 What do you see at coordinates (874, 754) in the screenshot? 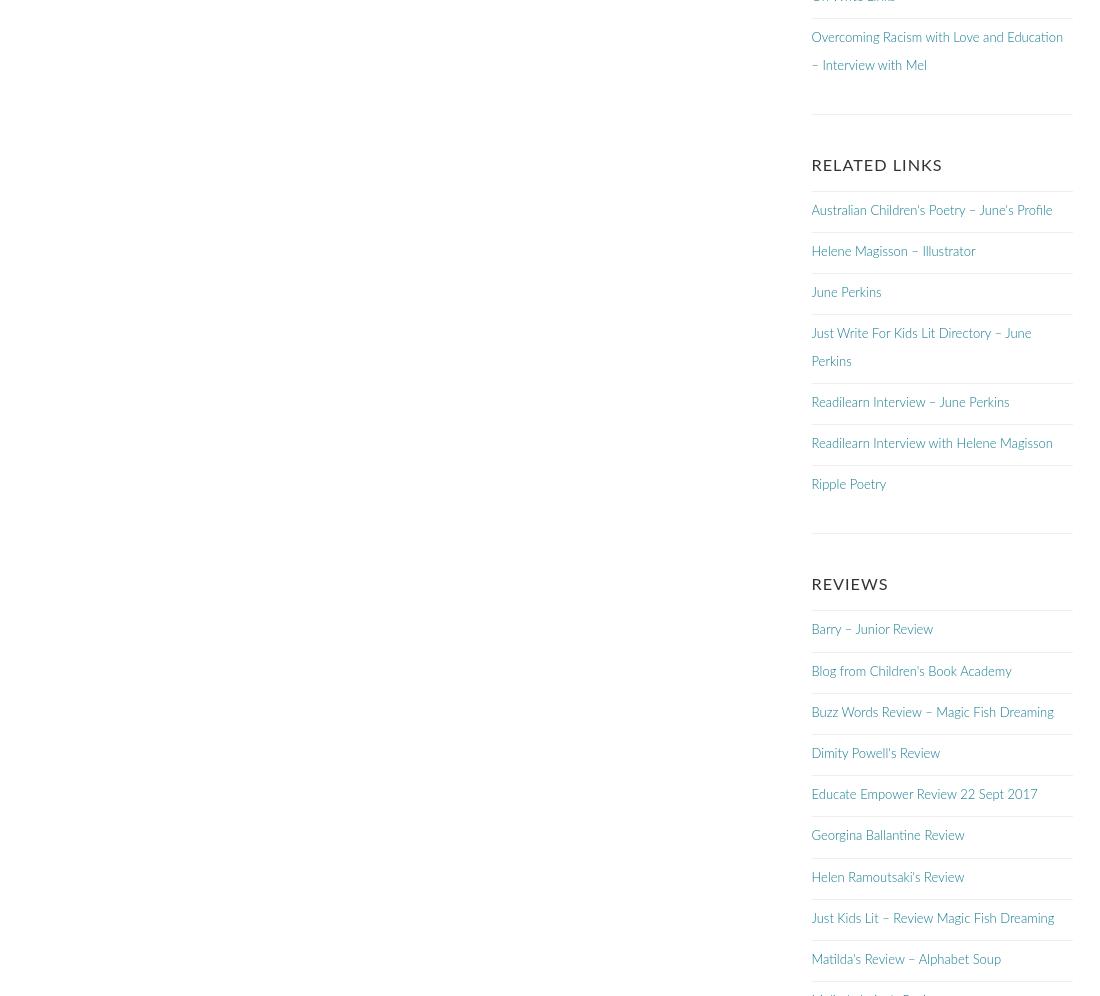
I see `'Dimity Powell's Review'` at bounding box center [874, 754].